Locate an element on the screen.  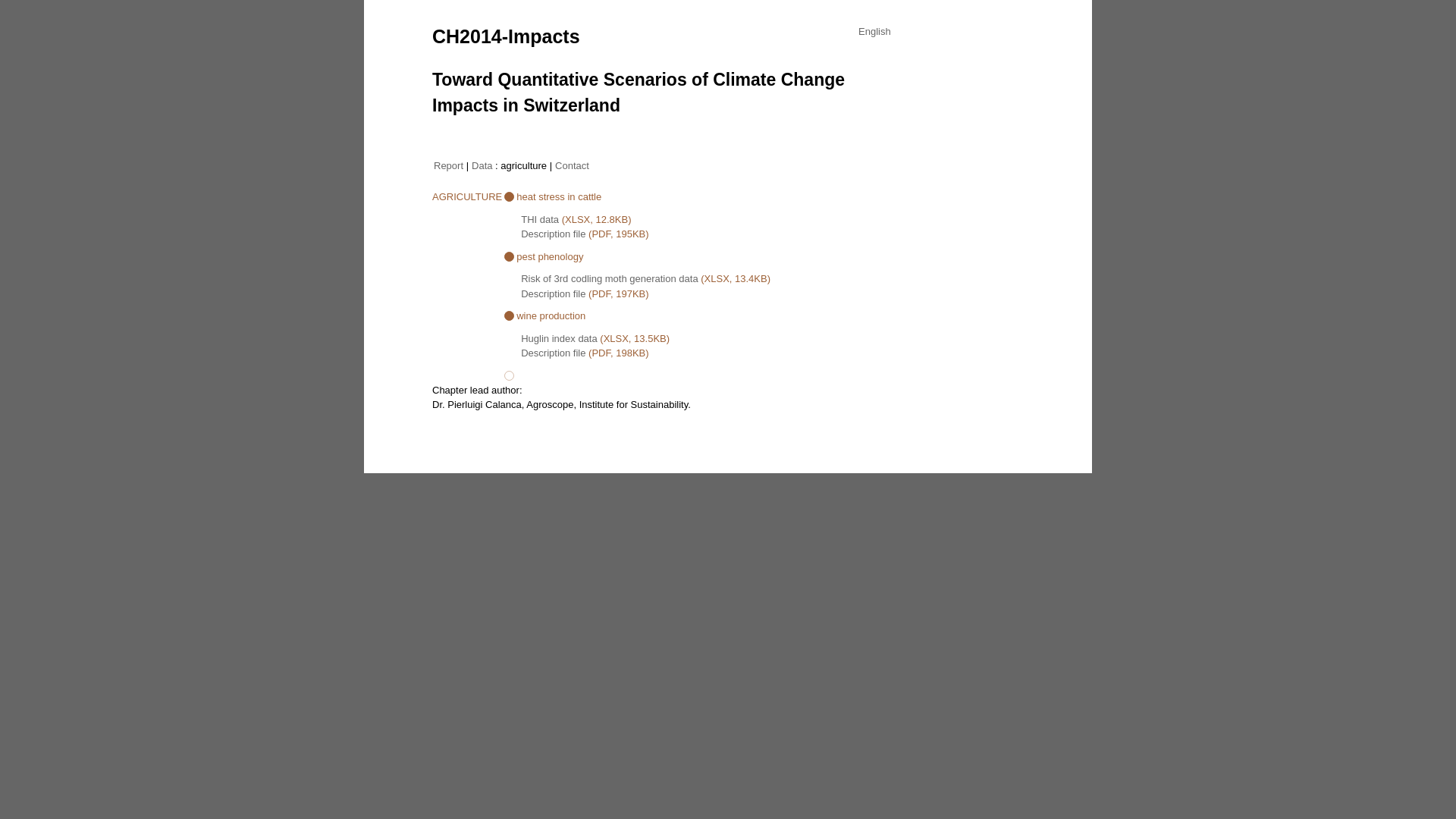
'Report' is located at coordinates (447, 165).